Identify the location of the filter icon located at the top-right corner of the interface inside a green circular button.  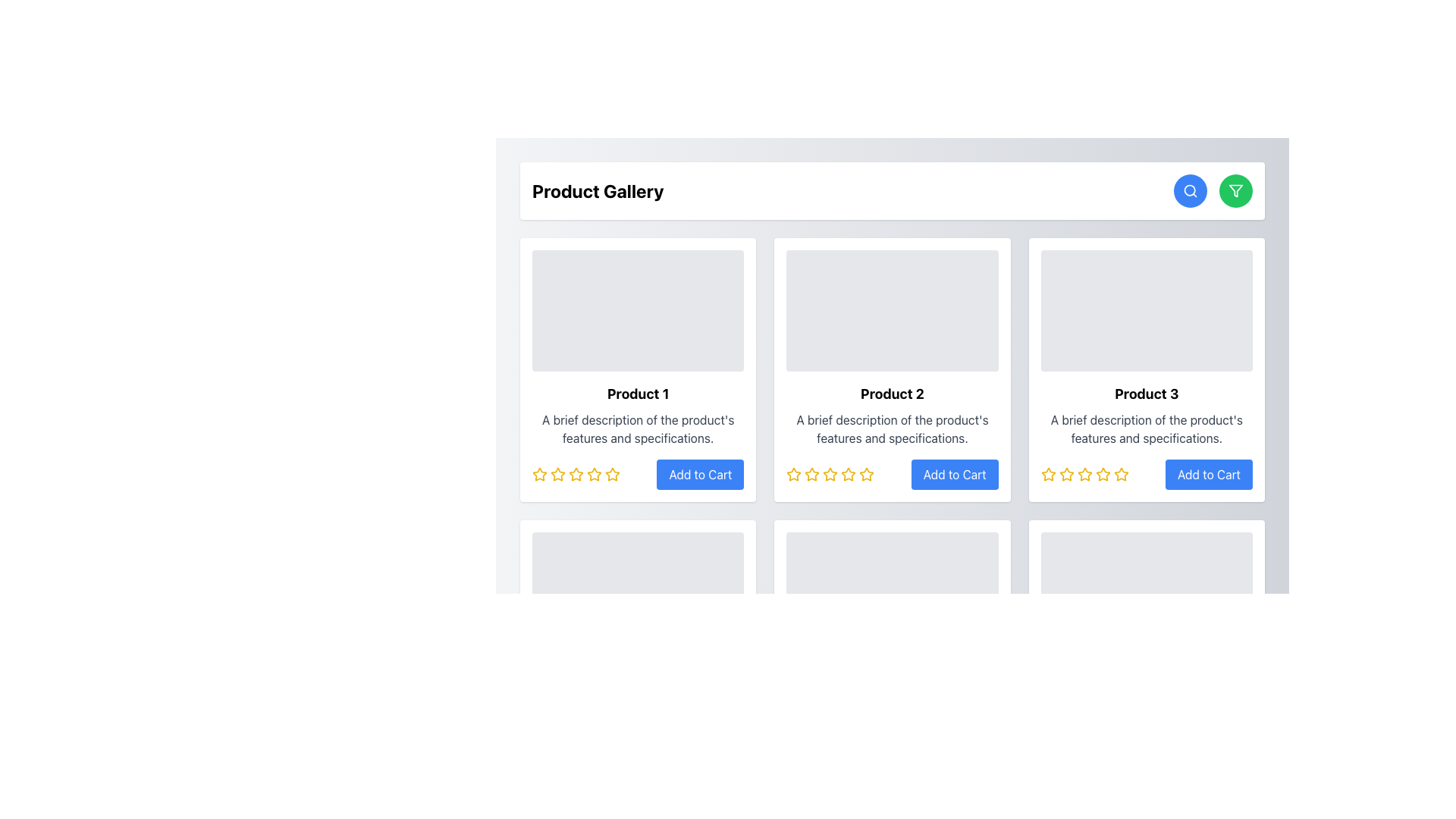
(1236, 190).